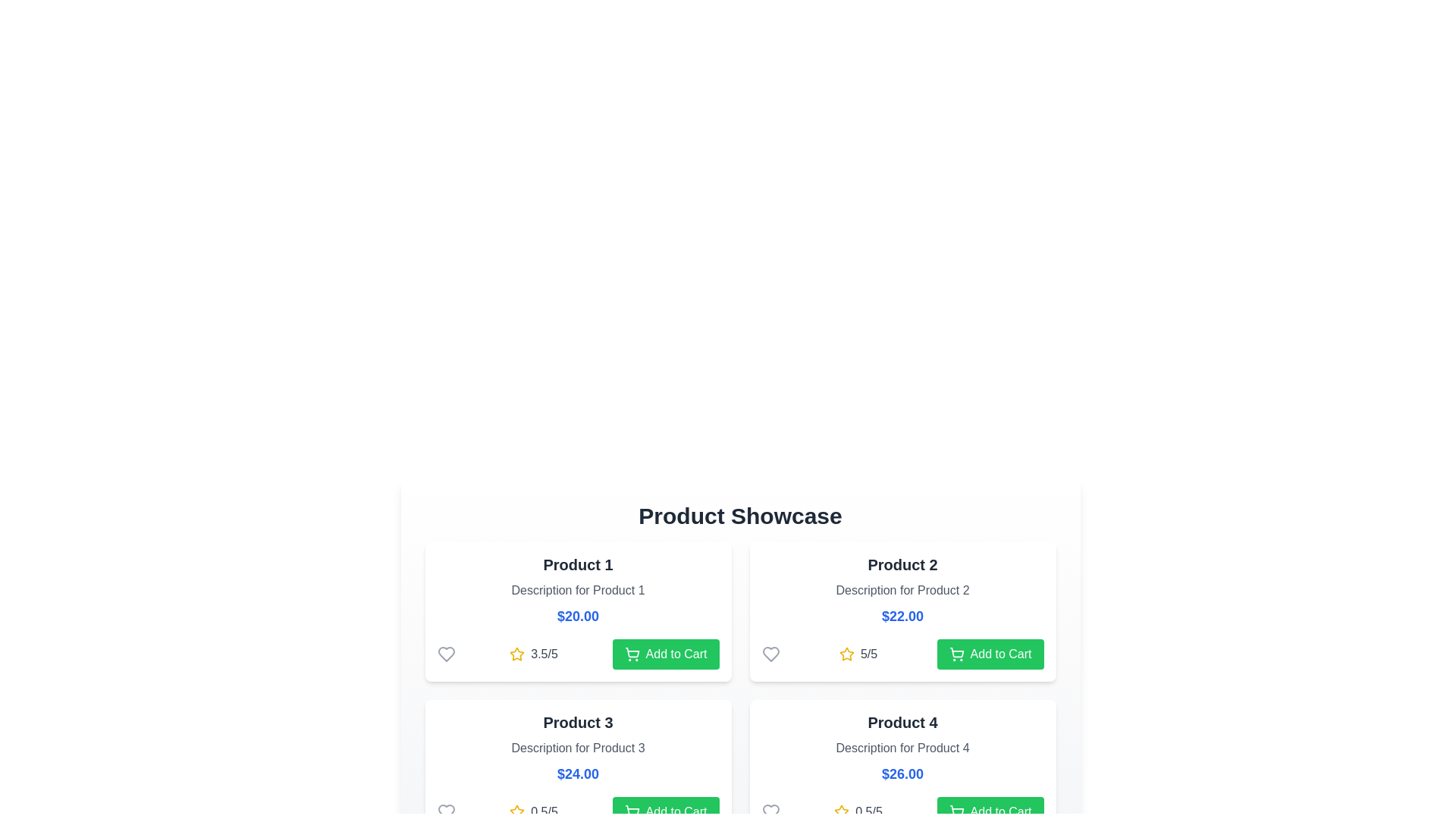 This screenshot has width=1456, height=819. What do you see at coordinates (902, 564) in the screenshot?
I see `the text label displaying 'Product 2', which is prominently positioned as the title in the card interface for the product` at bounding box center [902, 564].